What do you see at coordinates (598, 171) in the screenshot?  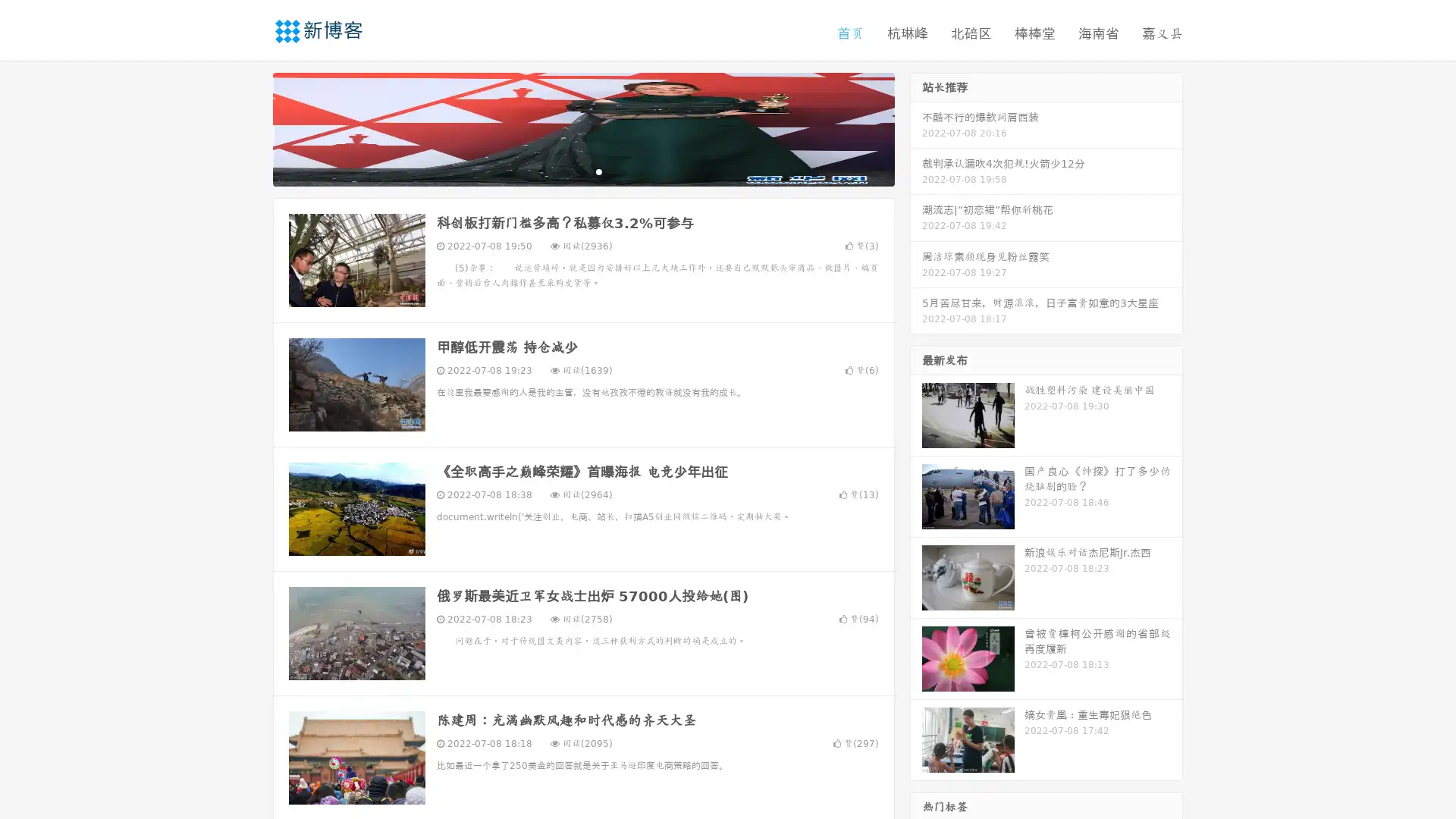 I see `Go to slide 3` at bounding box center [598, 171].